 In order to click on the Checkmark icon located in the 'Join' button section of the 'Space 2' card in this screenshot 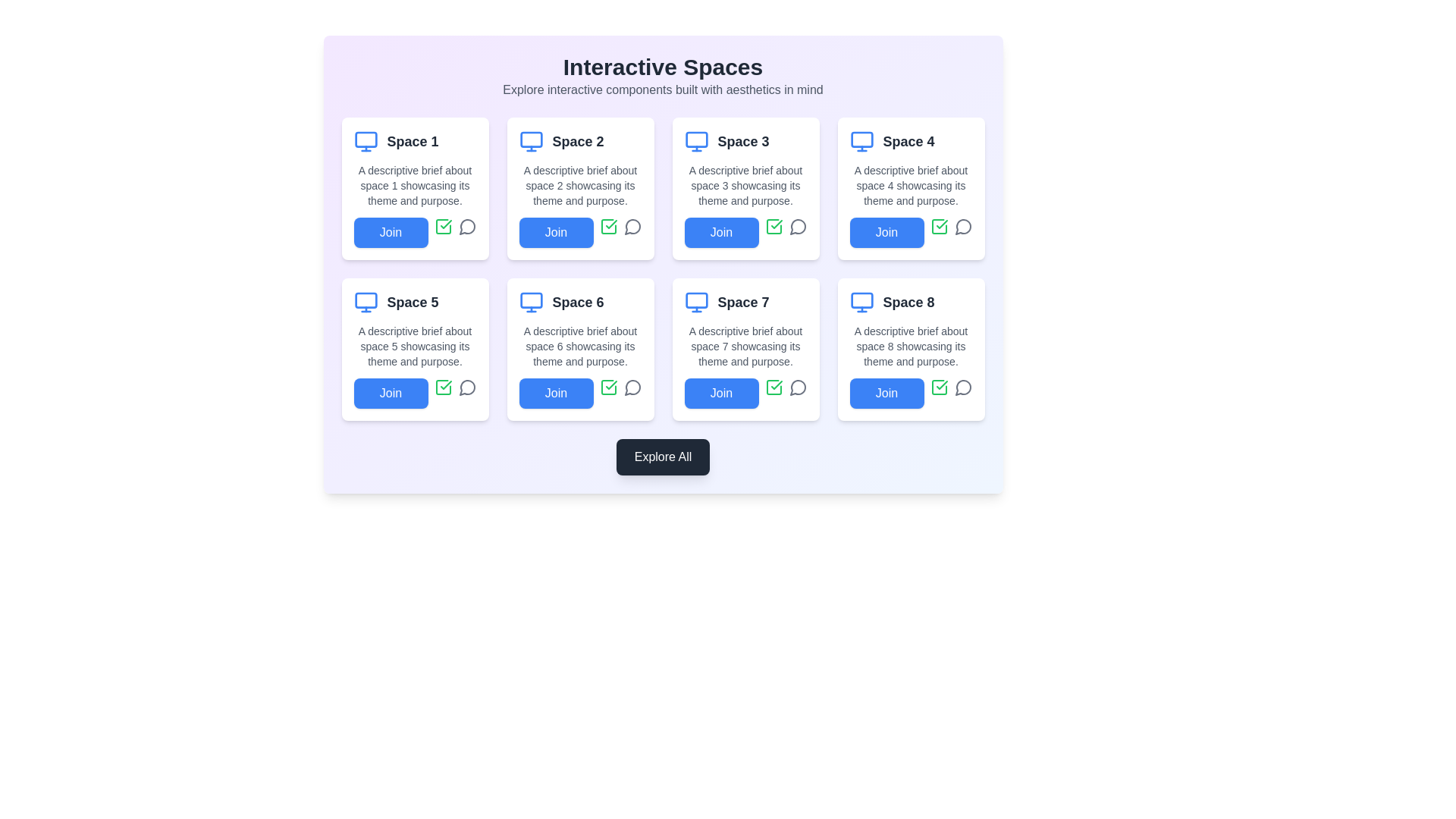, I will do `click(445, 224)`.